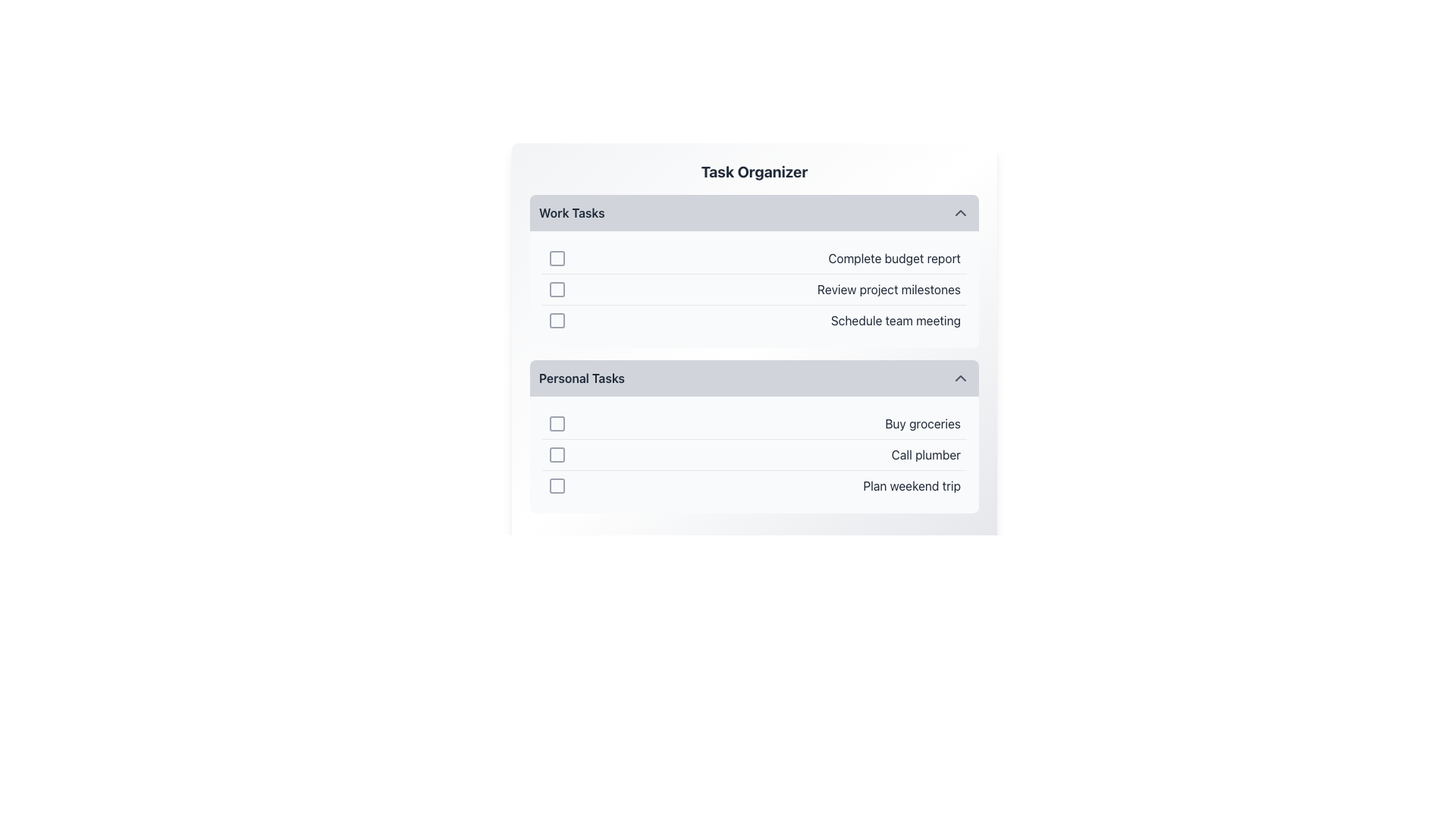 This screenshot has width=1456, height=819. What do you see at coordinates (556, 289) in the screenshot?
I see `the second checkbox in the 'Work Tasks' section, which is located between the first checkbox labeled 'Complete budget report' and the third checkbox labeled 'Schedule team meeting'` at bounding box center [556, 289].